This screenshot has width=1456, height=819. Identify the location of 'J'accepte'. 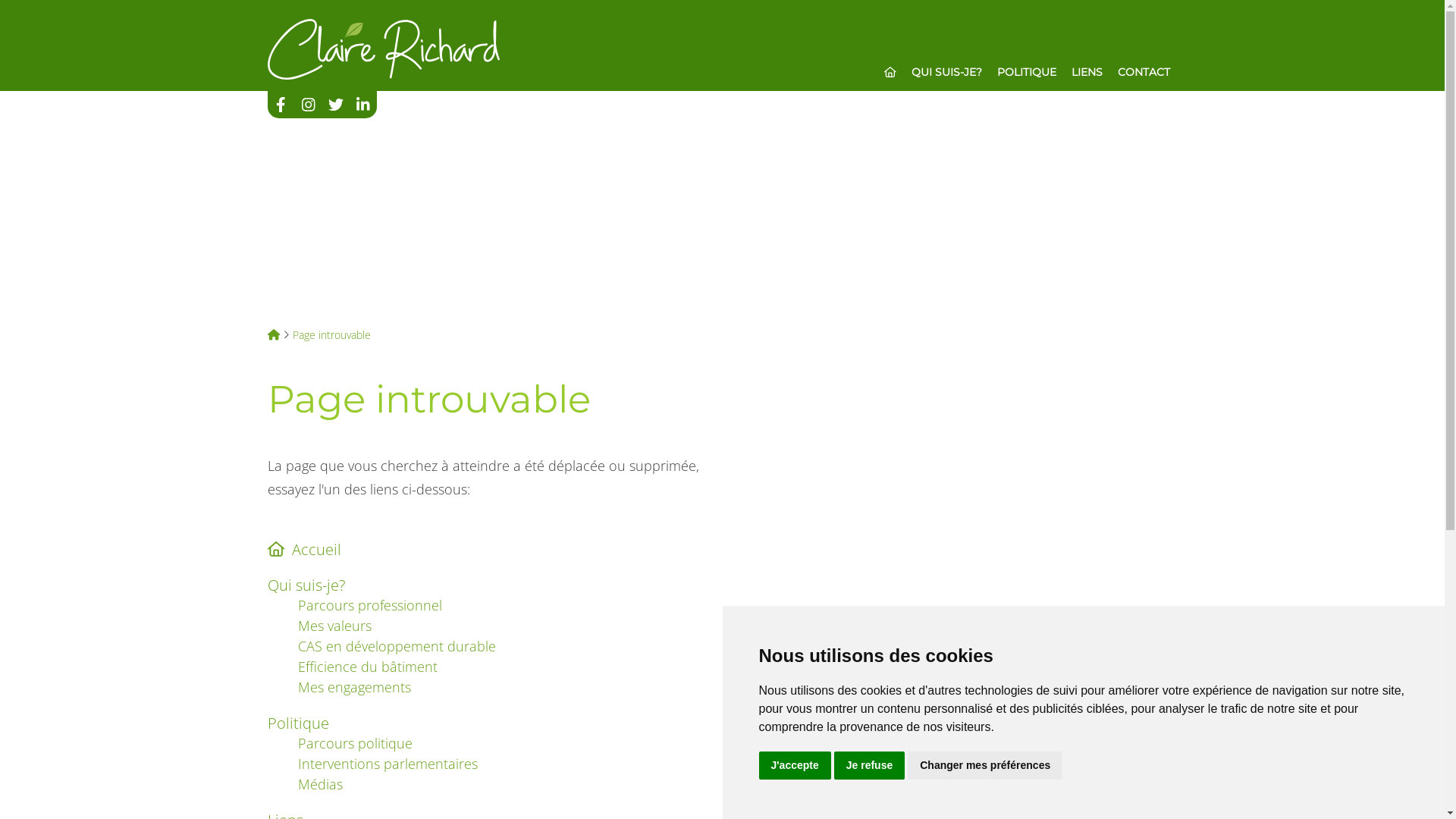
(793, 765).